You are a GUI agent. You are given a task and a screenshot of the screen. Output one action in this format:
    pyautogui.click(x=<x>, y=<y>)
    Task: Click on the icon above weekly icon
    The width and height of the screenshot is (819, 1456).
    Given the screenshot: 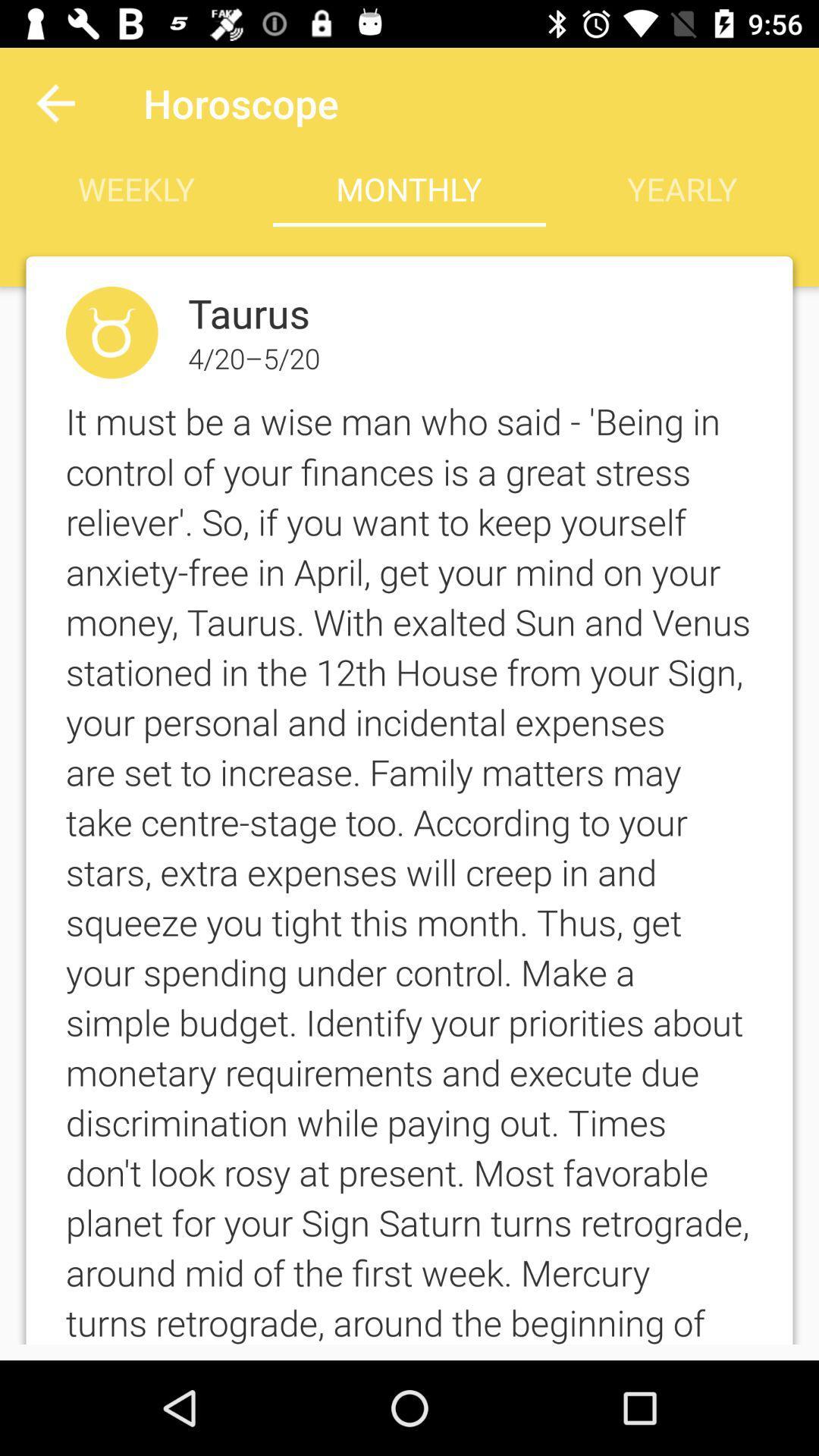 What is the action you would take?
    pyautogui.click(x=55, y=102)
    